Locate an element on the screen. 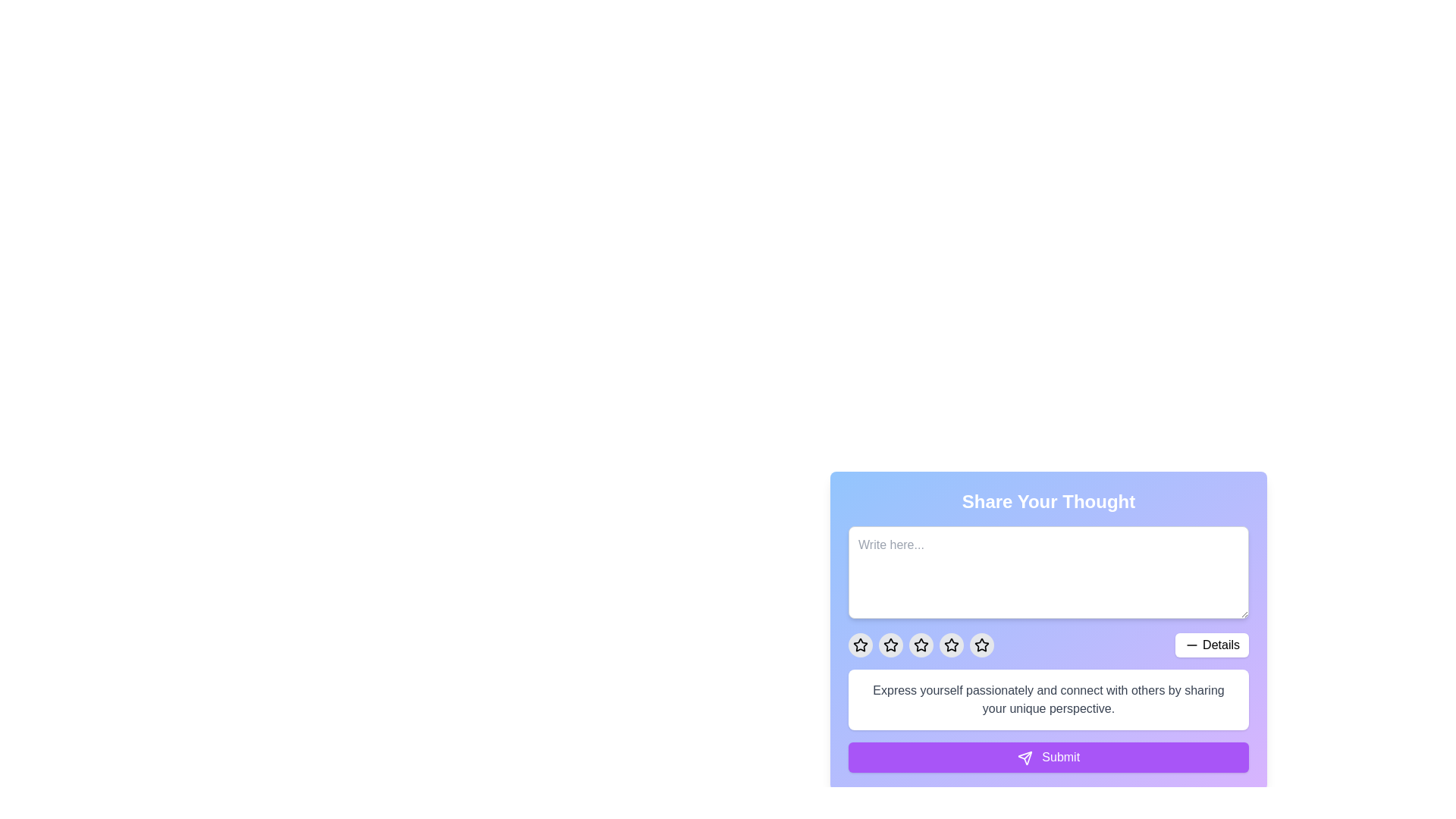 This screenshot has height=819, width=1456. the circular button with a gray background and a star icon, which is the first of five horizontally arranged buttons located below the 'Write here...' text input field is located at coordinates (860, 645).